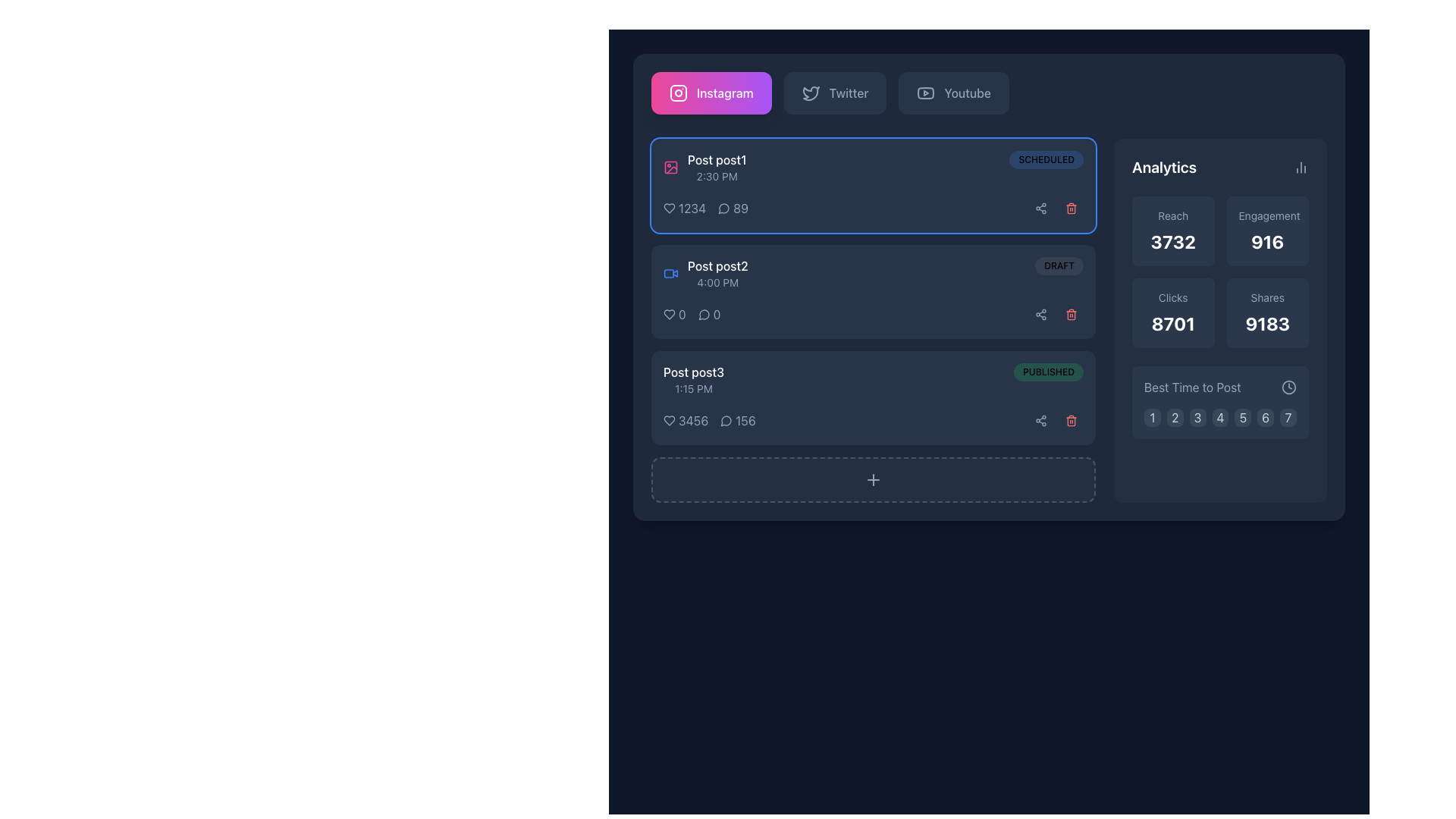 Image resolution: width=1456 pixels, height=819 pixels. I want to click on the share icon button, which is a minimalistic design resembling a share symbol within a dark rounded square button located at the top-right corner of the first post's card in the content management interface, so click(1040, 314).